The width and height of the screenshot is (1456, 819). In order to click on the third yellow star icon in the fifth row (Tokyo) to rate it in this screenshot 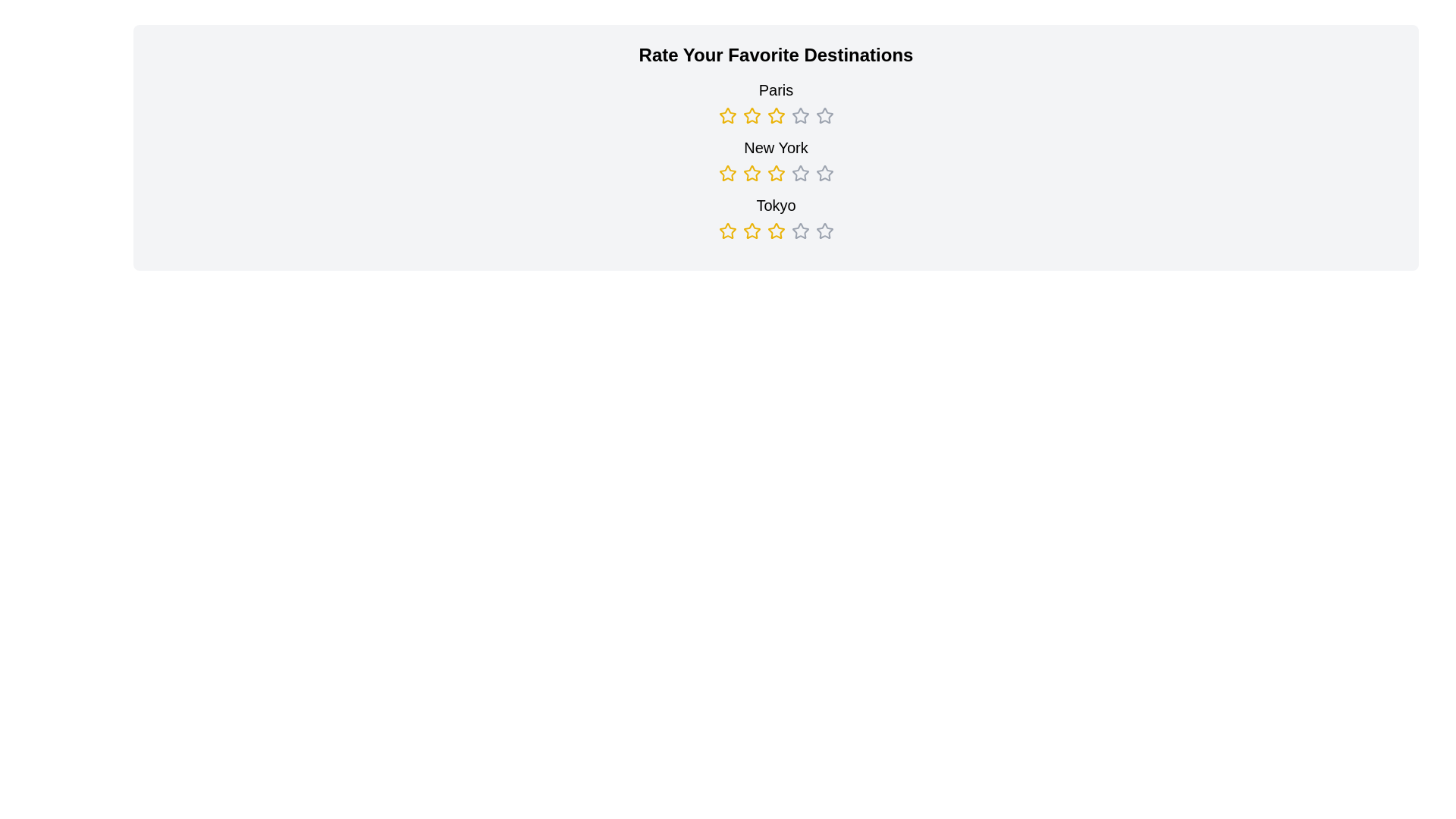, I will do `click(752, 231)`.